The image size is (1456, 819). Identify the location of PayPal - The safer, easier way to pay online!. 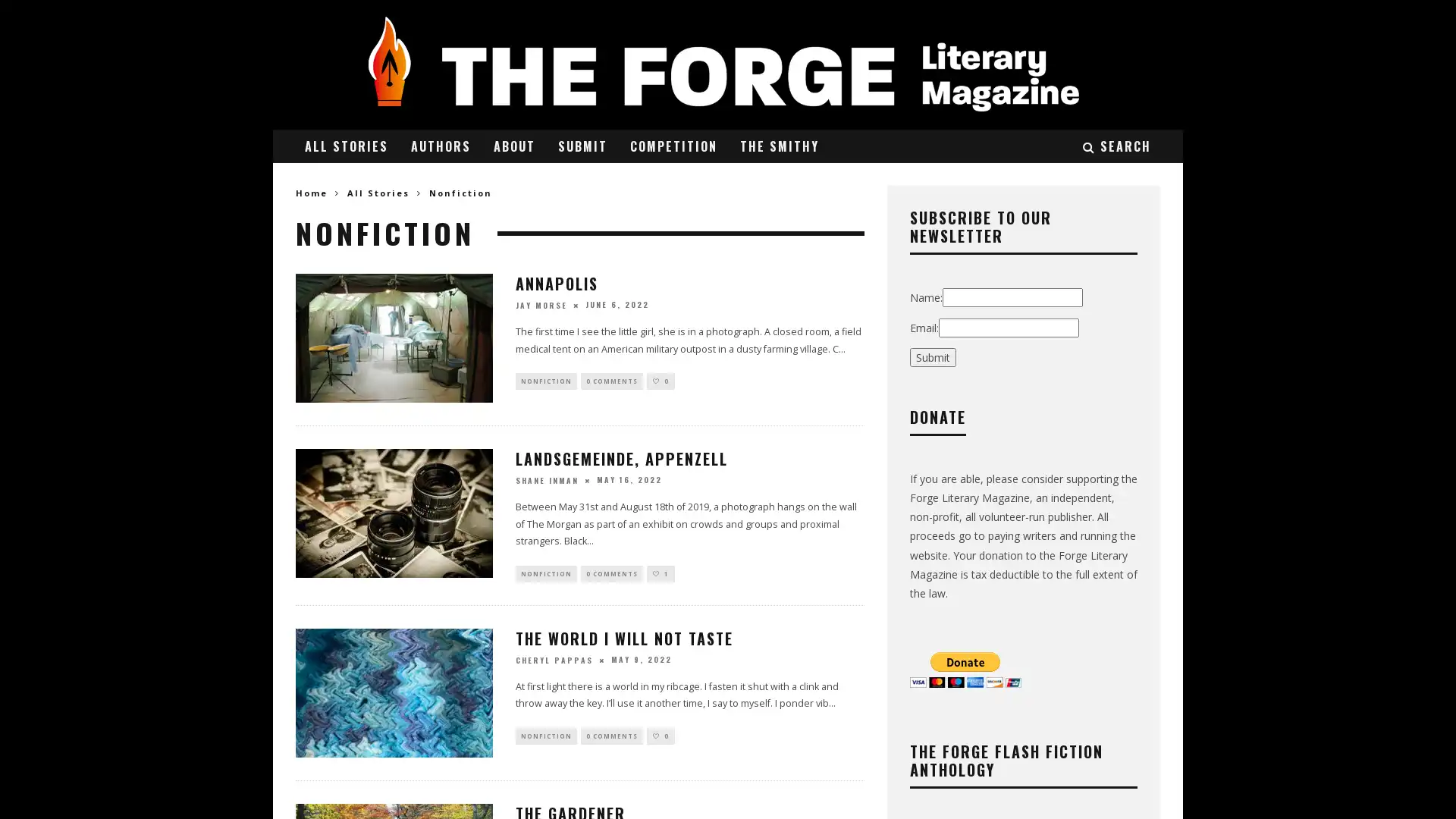
(965, 668).